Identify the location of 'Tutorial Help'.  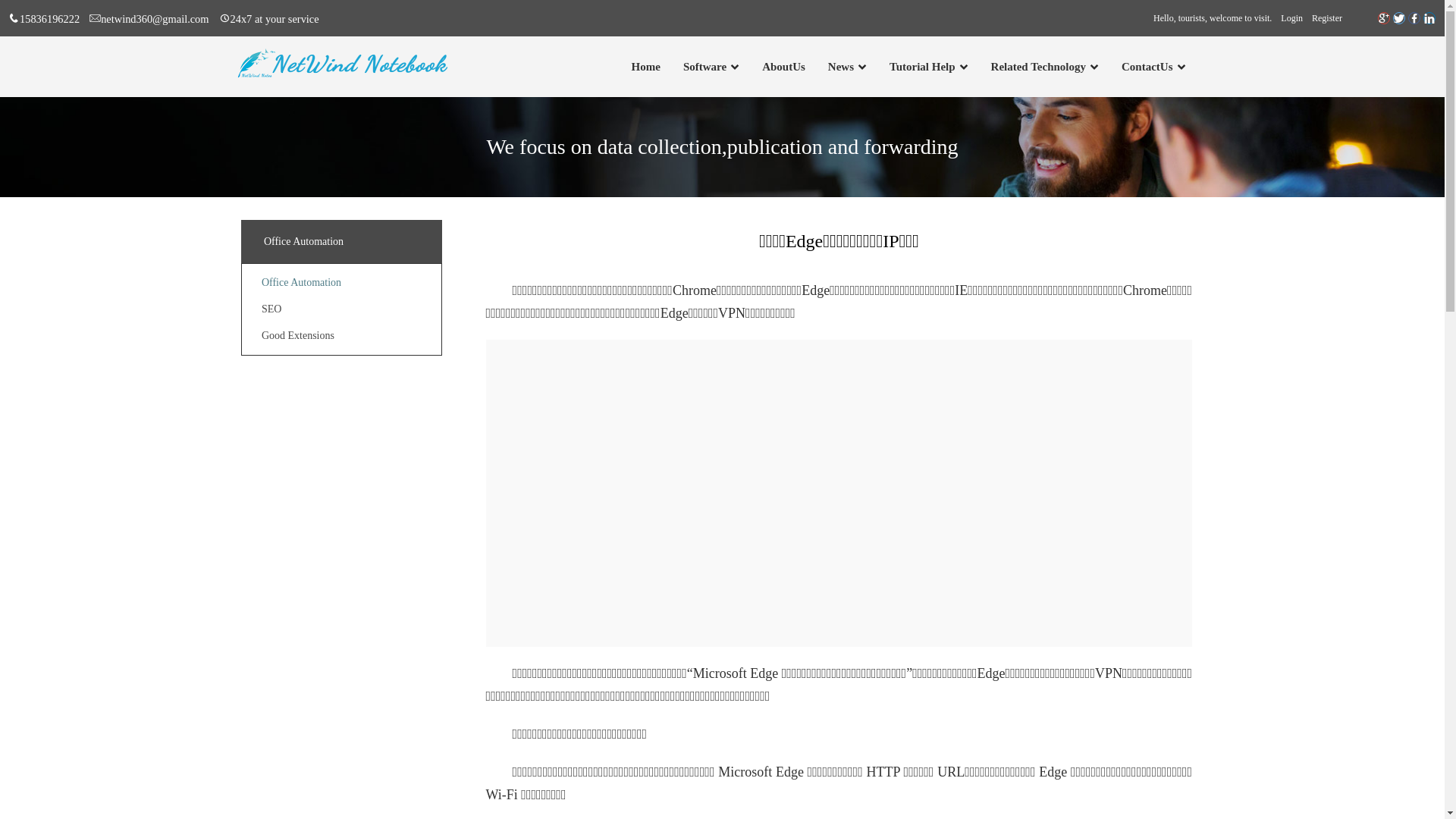
(921, 66).